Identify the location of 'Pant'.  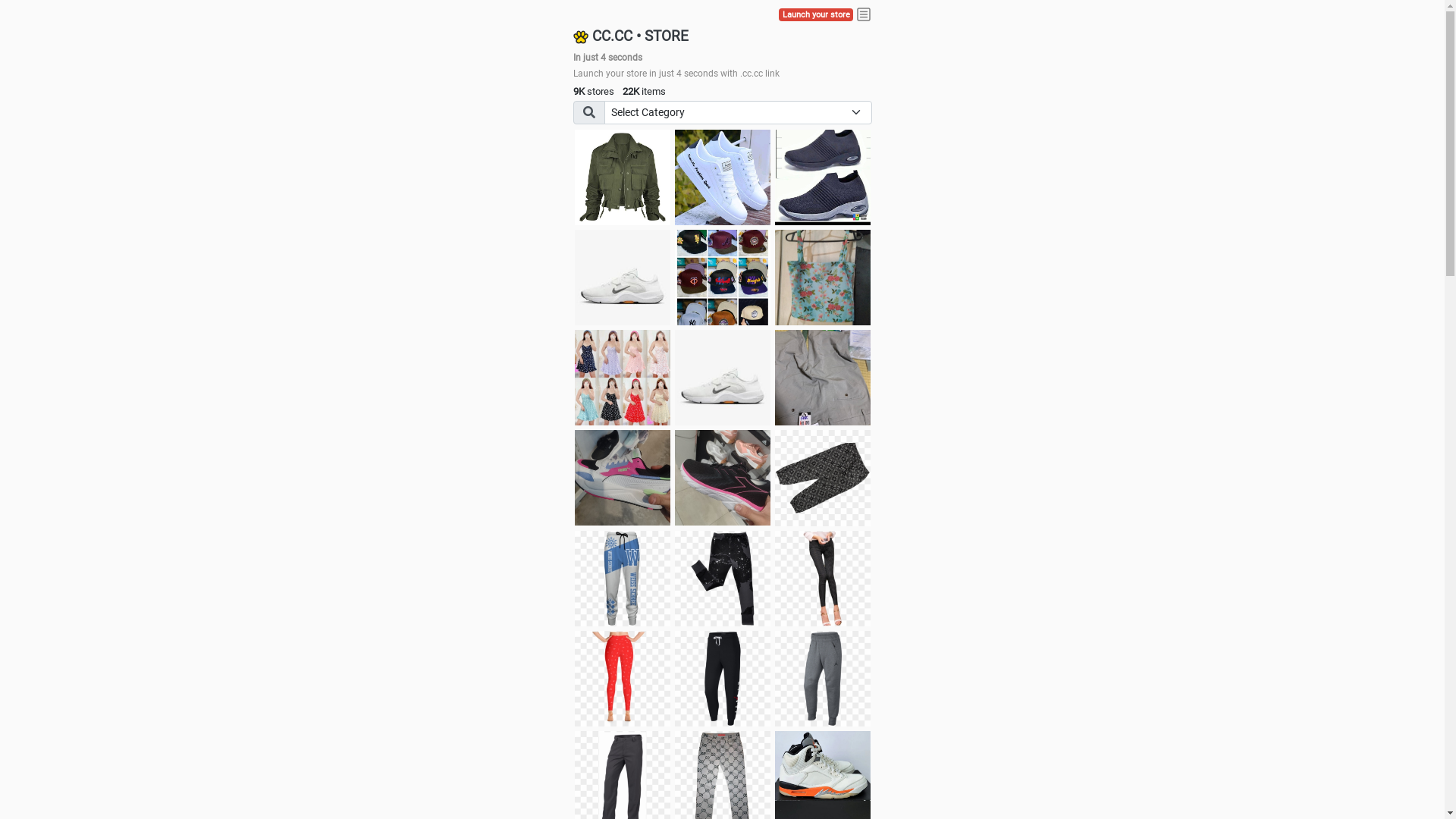
(775, 677).